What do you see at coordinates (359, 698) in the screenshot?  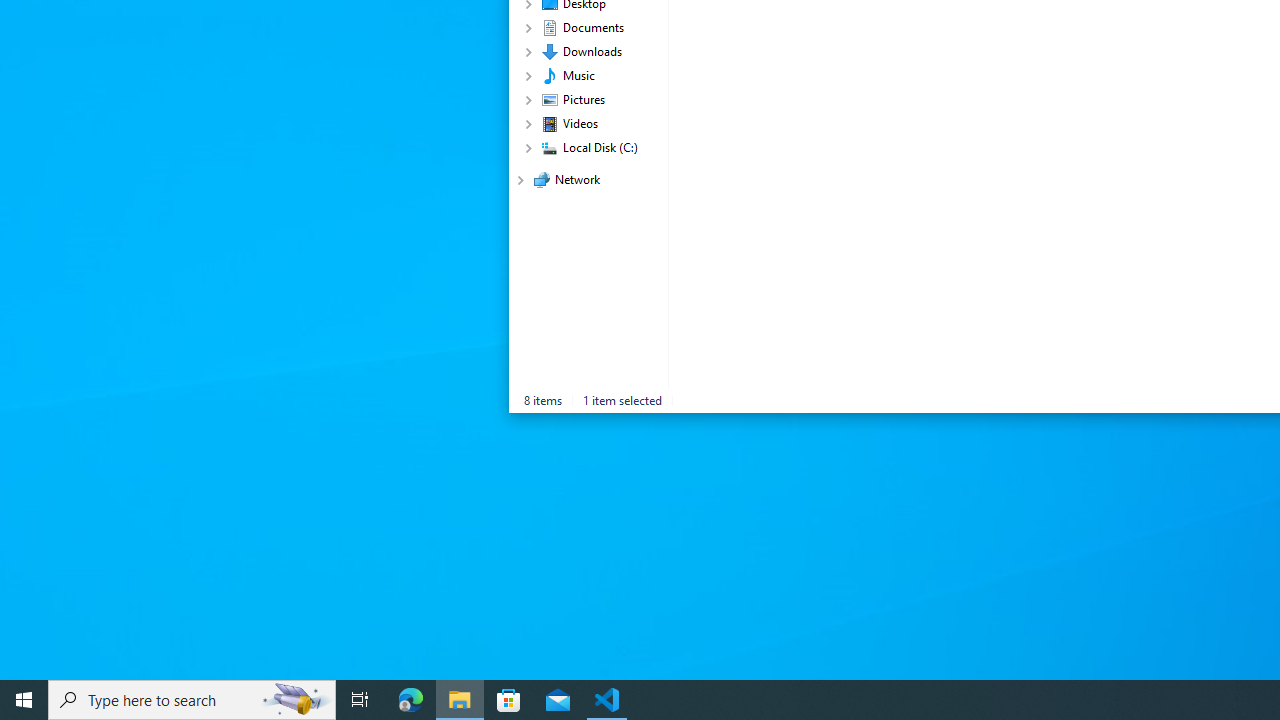 I see `'Task View'` at bounding box center [359, 698].